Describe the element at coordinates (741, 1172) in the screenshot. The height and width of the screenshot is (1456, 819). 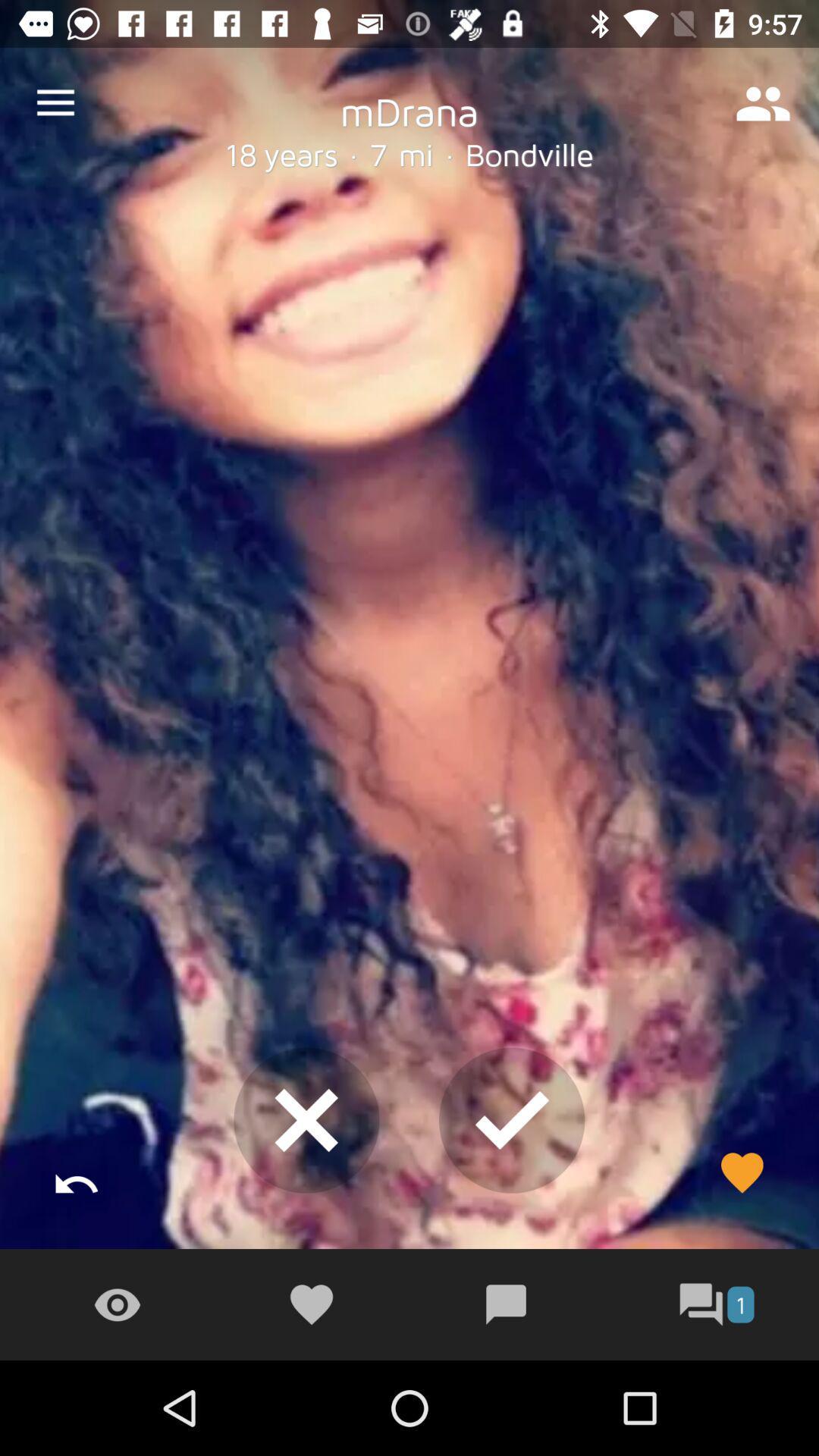
I see `the favorite icon` at that location.